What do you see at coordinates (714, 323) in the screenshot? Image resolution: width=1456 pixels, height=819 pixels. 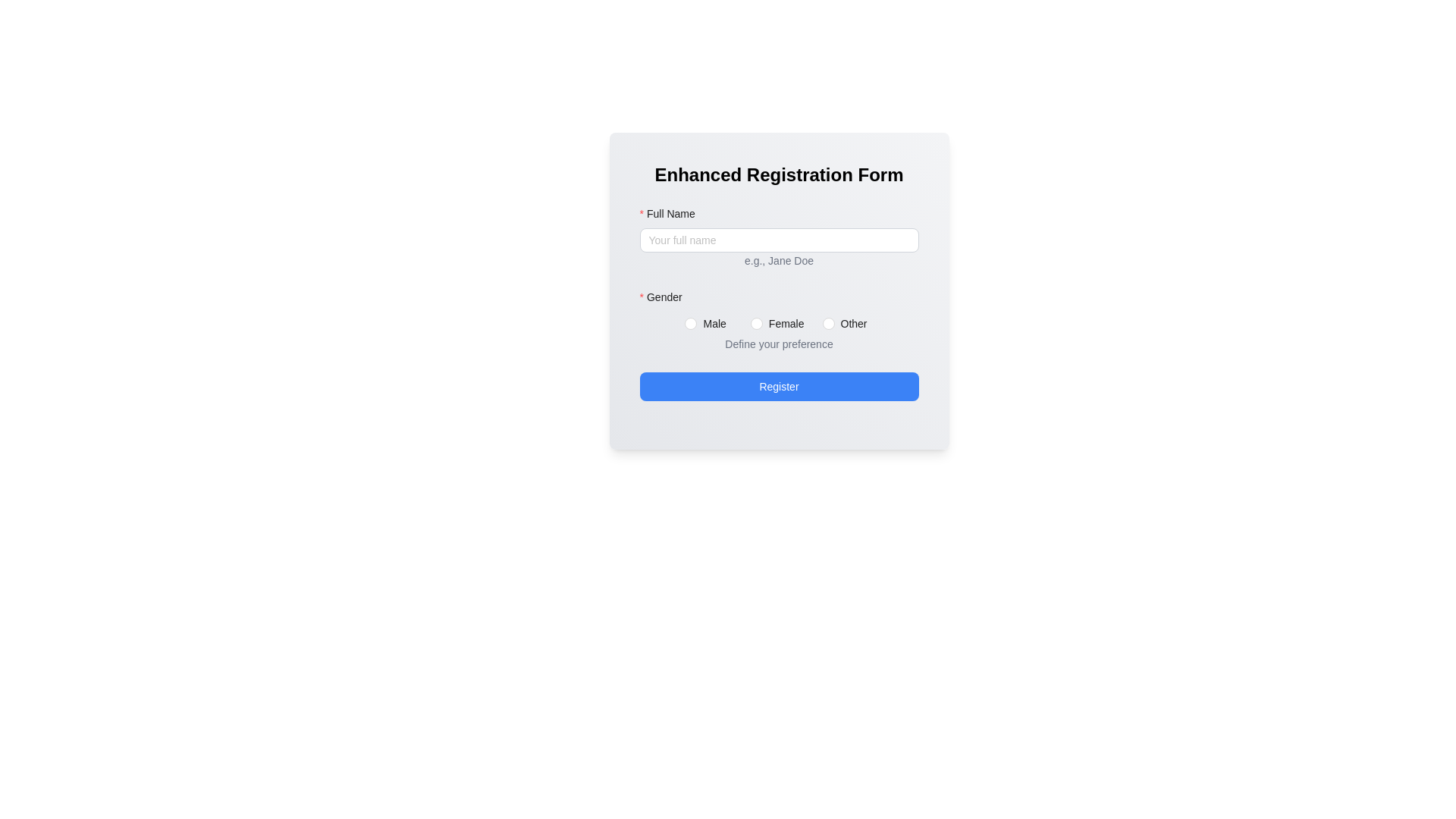 I see `the 'Male' label in the gender selection radio button group, which is positioned to the right of the 'Male' radio button and aligned with the labels for 'Female' and 'Other'` at bounding box center [714, 323].